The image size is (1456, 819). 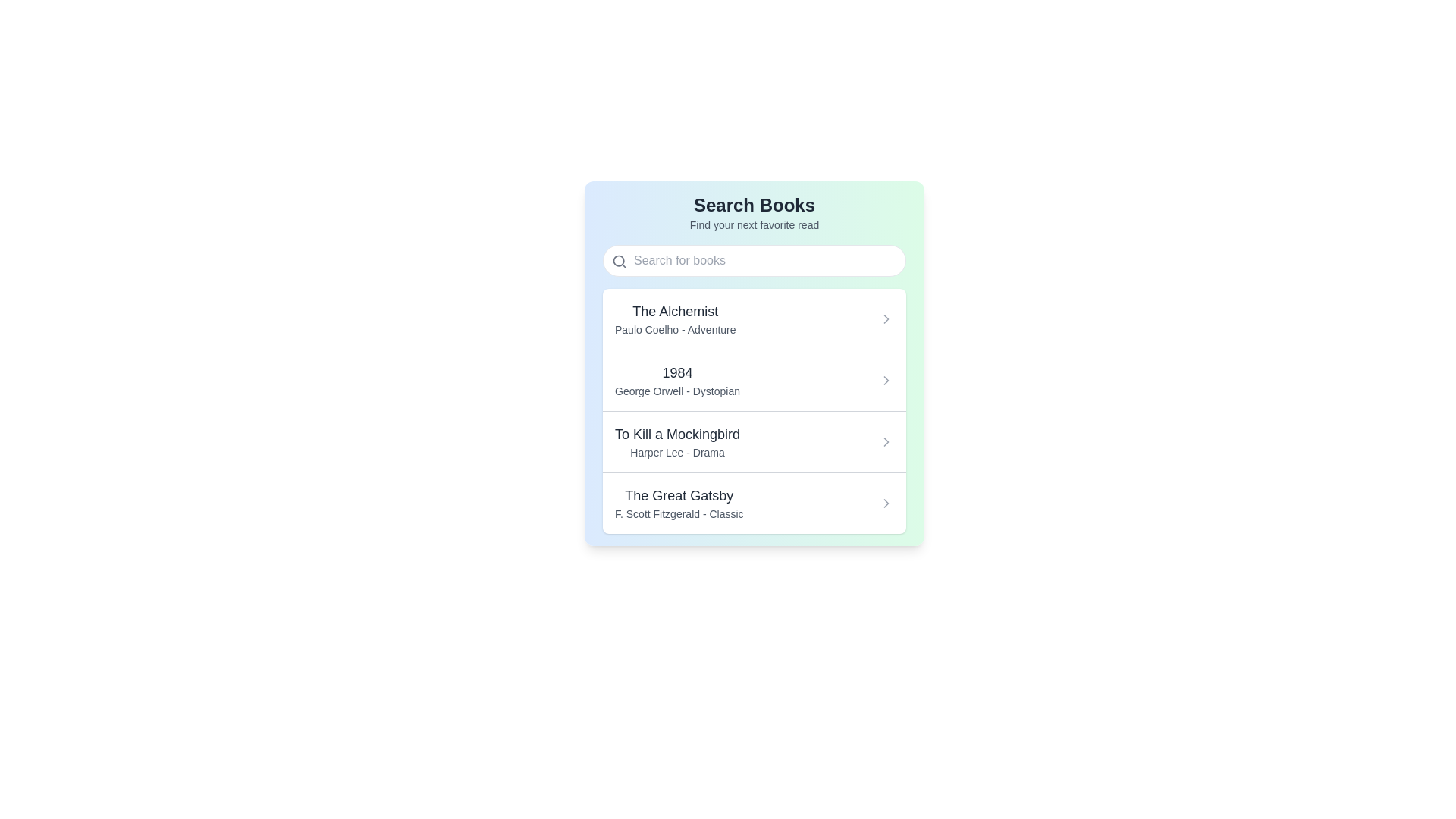 What do you see at coordinates (678, 513) in the screenshot?
I see `the text label displaying 'F. Scott Fitzgerald - Classic', which is located directly beneath 'The Great Gatsby'` at bounding box center [678, 513].